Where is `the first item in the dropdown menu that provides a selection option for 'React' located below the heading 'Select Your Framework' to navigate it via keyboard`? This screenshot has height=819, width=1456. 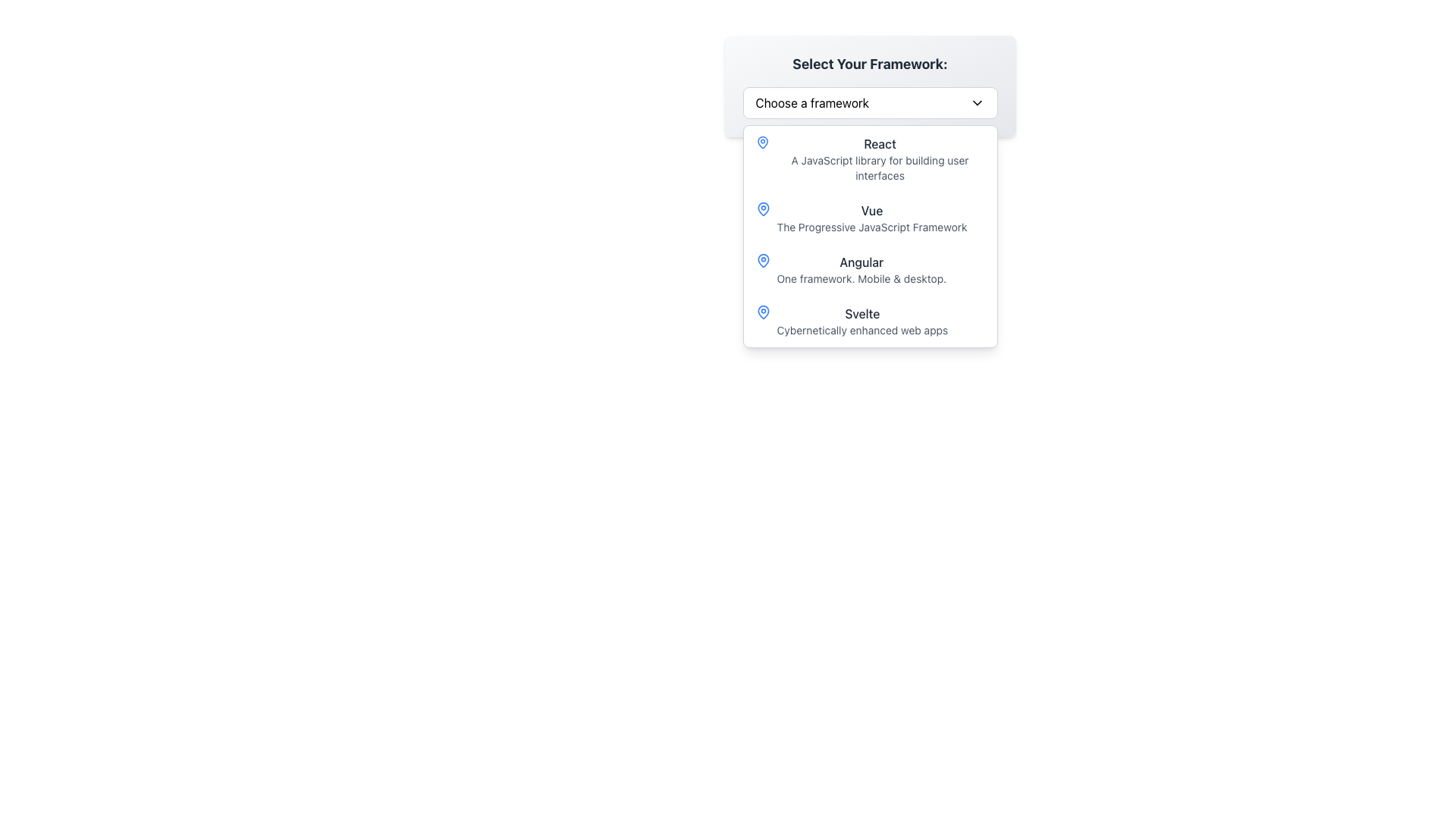
the first item in the dropdown menu that provides a selection option for 'React' located below the heading 'Select Your Framework' to navigate it via keyboard is located at coordinates (880, 158).